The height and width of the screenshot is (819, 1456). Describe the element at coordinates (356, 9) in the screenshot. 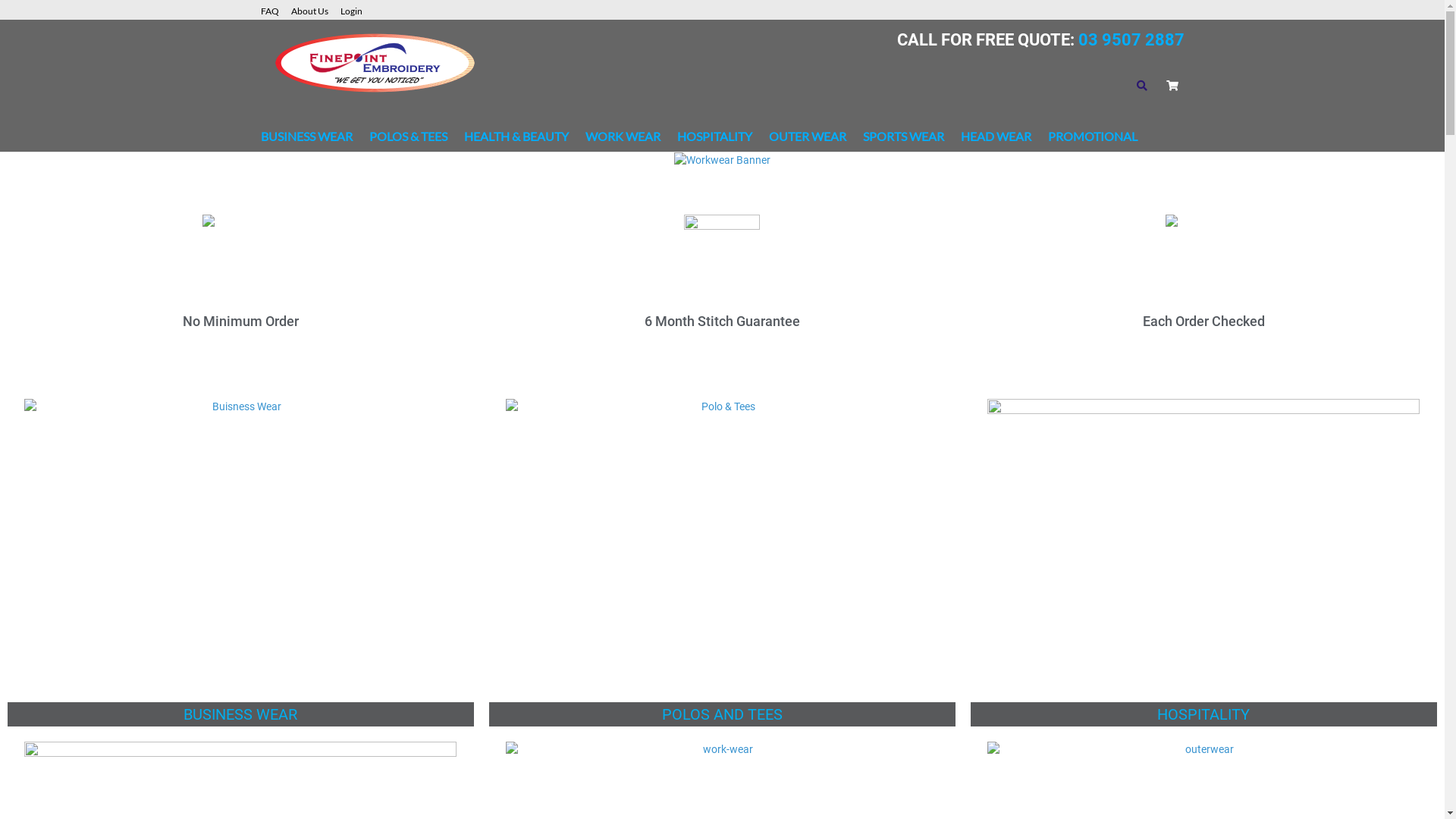

I see `'Login'` at that location.